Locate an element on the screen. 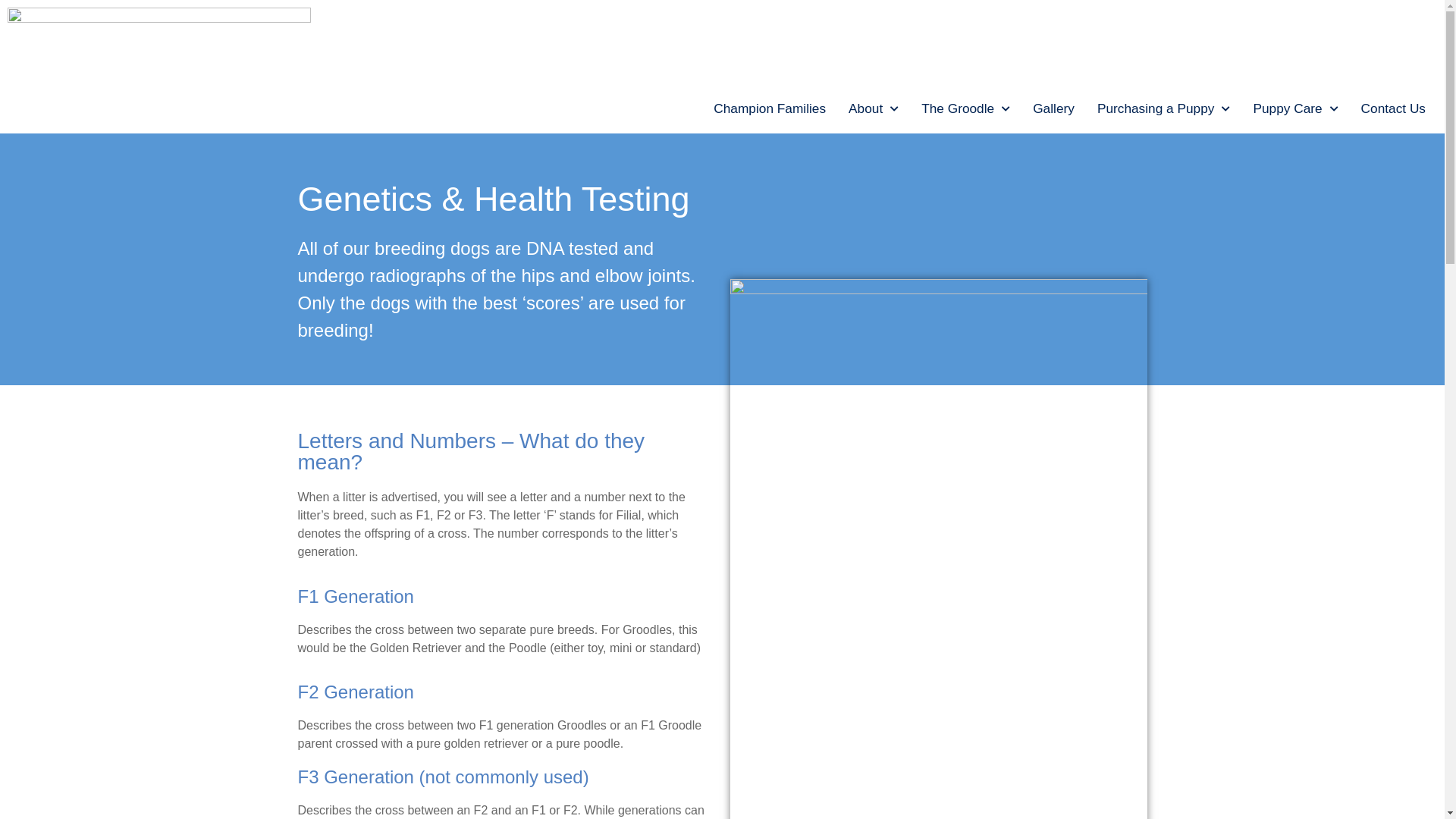 This screenshot has width=1456, height=819. 'Champion Families' is located at coordinates (701, 107).